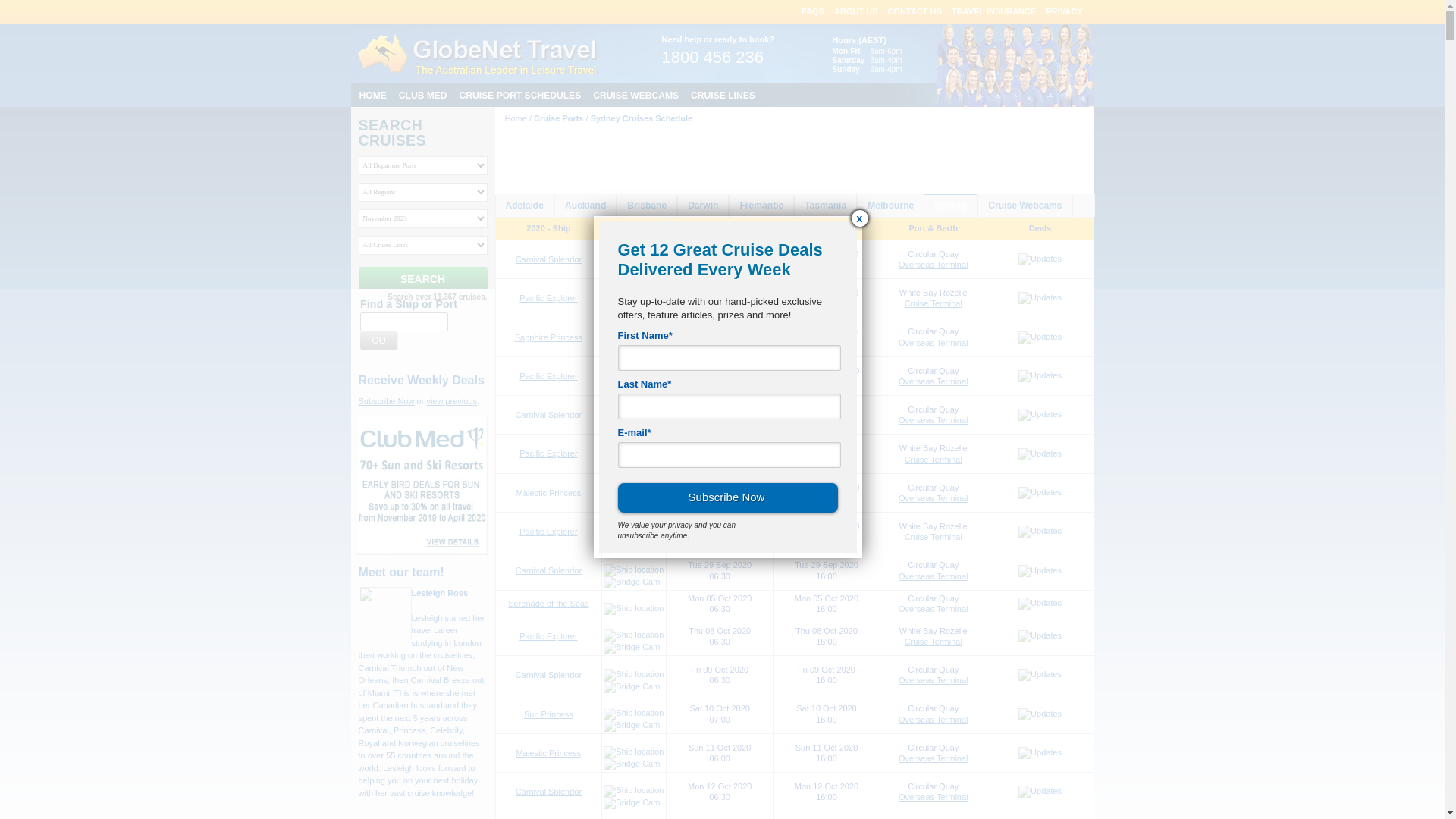 Image resolution: width=1456 pixels, height=819 pixels. I want to click on 'Overseas Terminal', so click(932, 576).